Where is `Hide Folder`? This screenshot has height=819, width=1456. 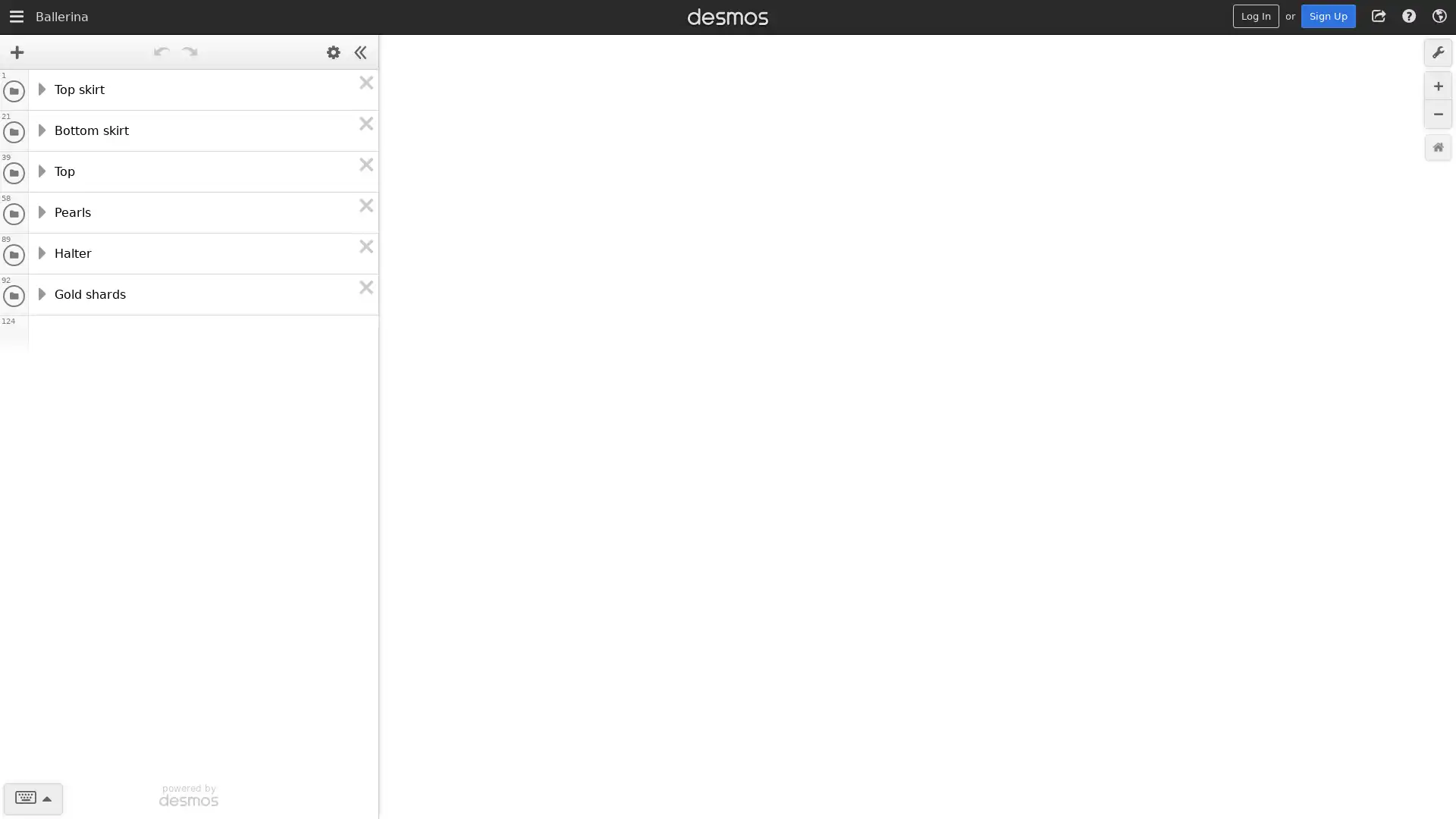
Hide Folder is located at coordinates (14, 295).